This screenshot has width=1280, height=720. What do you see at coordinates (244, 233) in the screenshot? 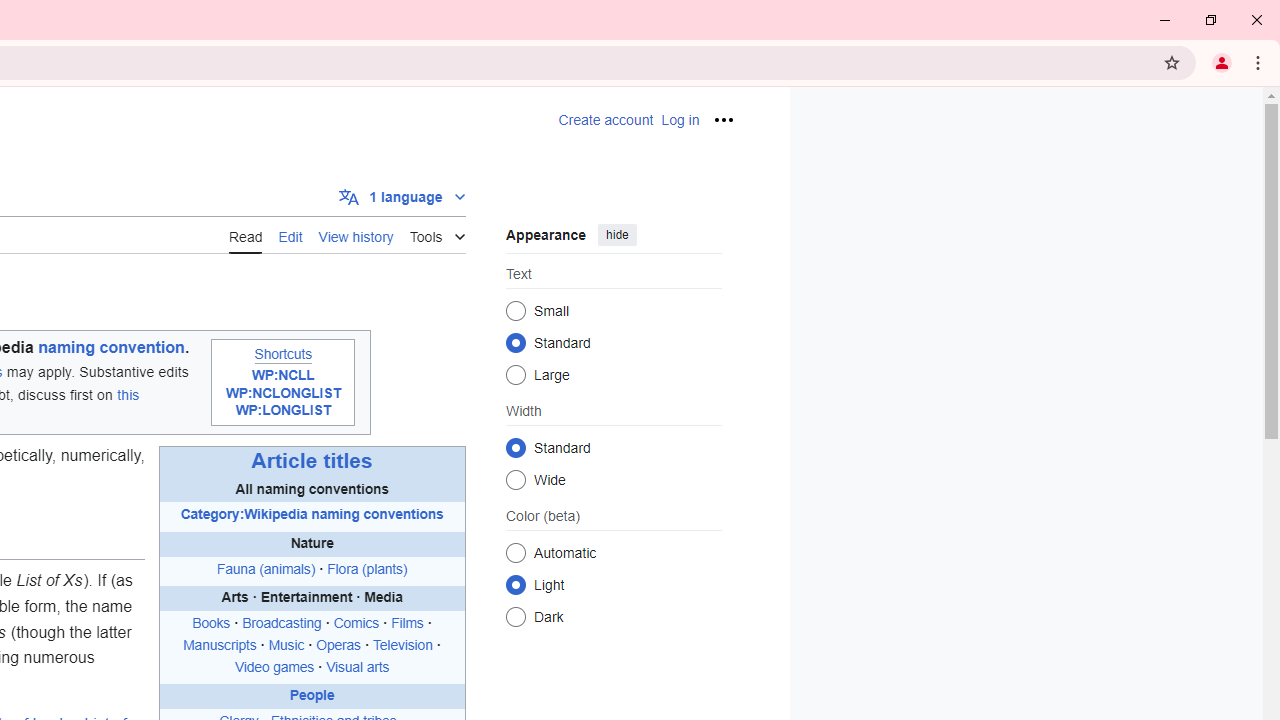
I see `'AutomationID: ca-view'` at bounding box center [244, 233].